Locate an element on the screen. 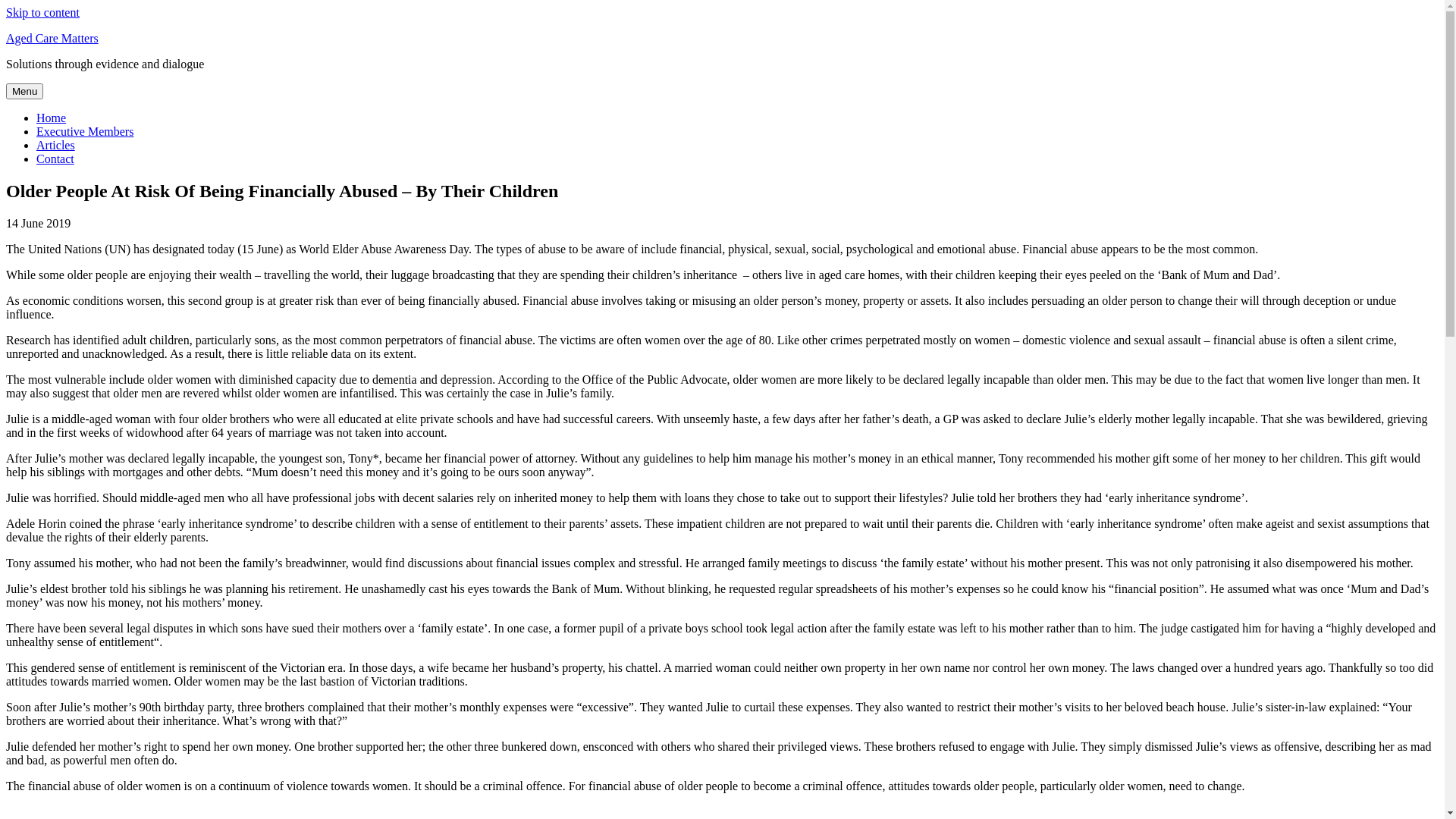 This screenshot has width=1456, height=819. 'Articles' is located at coordinates (55, 145).